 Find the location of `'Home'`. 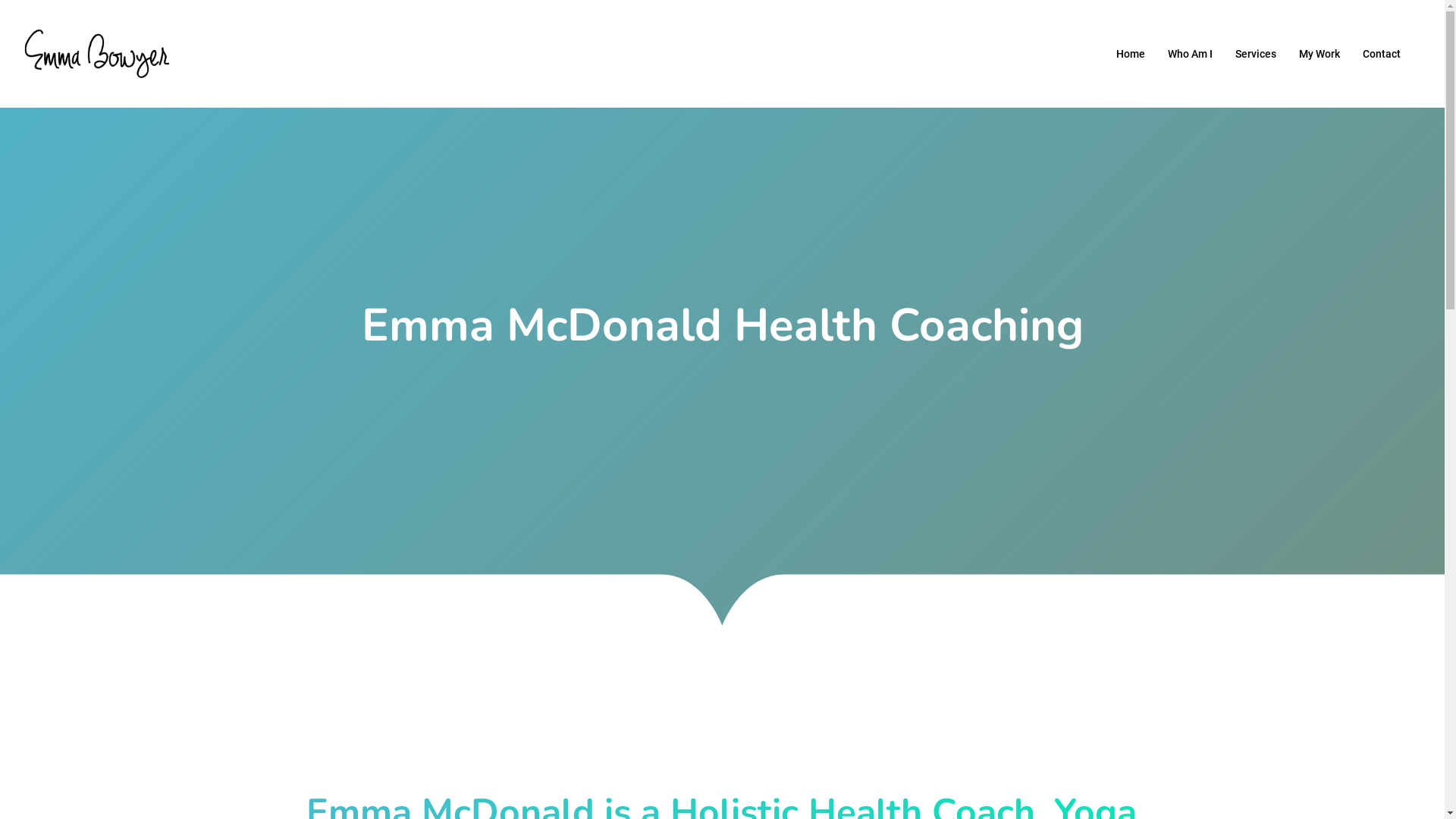

'Home' is located at coordinates (1131, 52).